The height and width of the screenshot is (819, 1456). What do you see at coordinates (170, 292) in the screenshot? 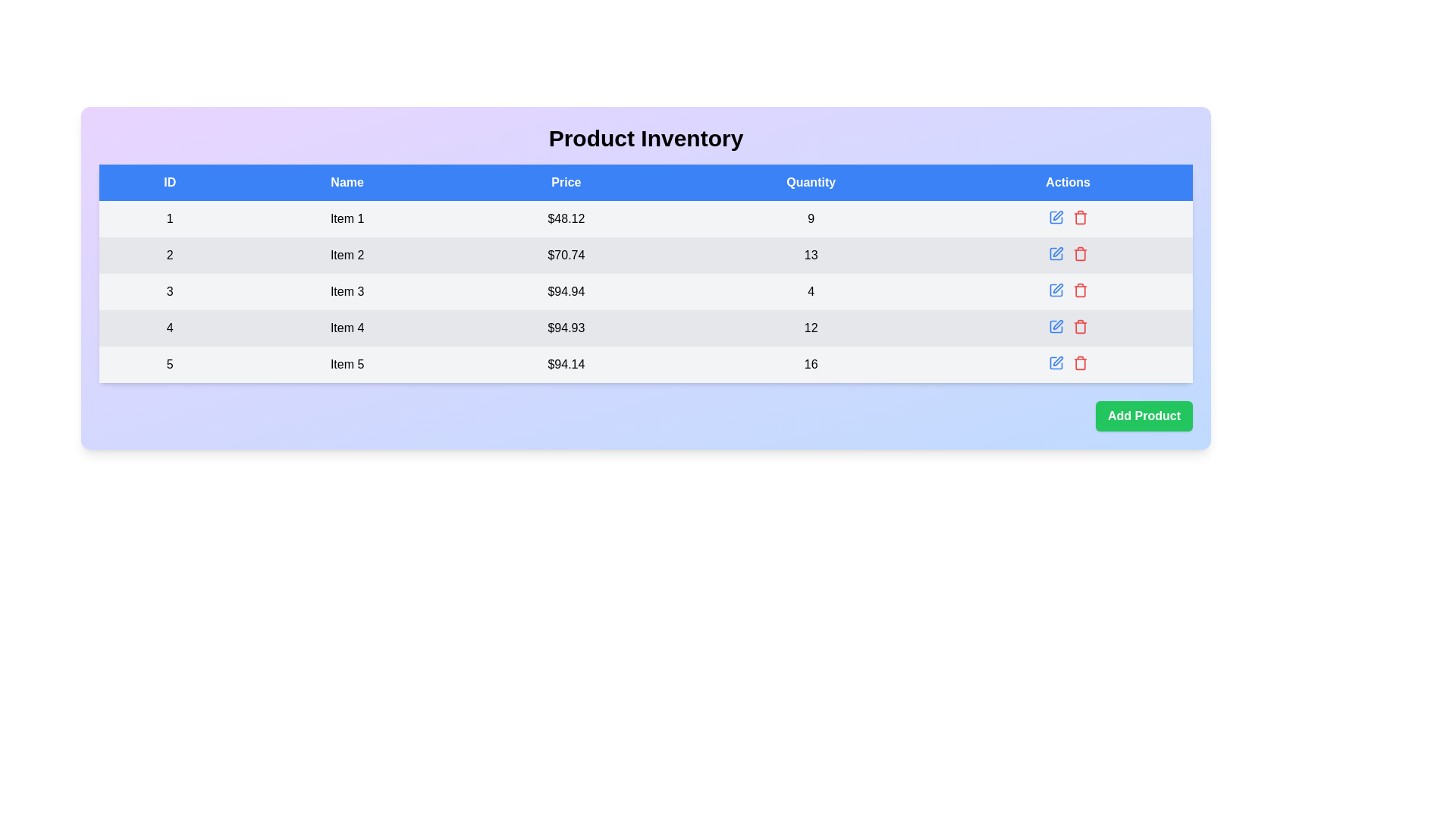
I see `the table cell containing the static number '3' styled with padding and located in the ID column of the data table` at bounding box center [170, 292].